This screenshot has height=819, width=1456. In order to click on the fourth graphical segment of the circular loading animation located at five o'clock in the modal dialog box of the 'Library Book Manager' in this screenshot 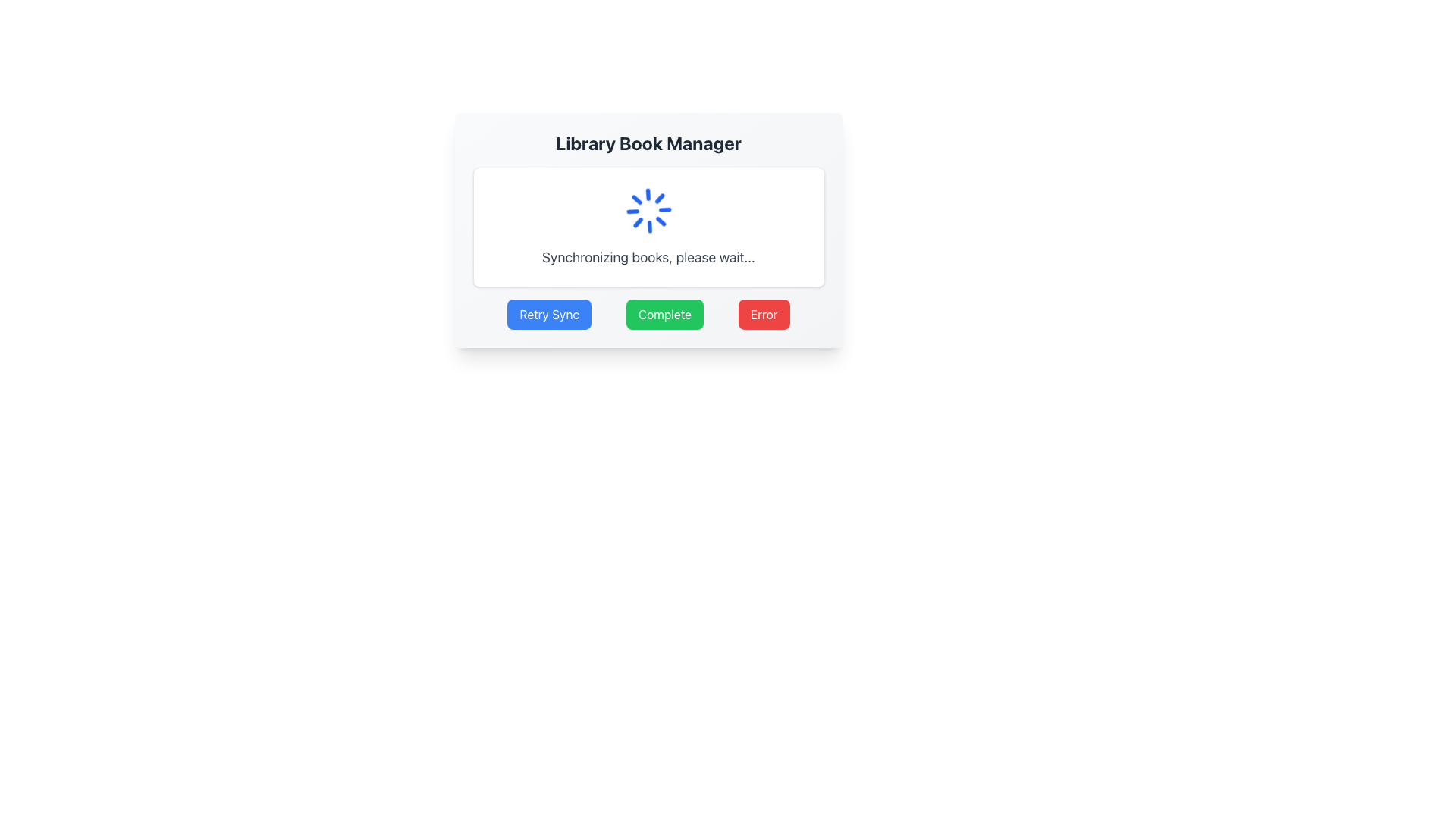, I will do `click(635, 201)`.